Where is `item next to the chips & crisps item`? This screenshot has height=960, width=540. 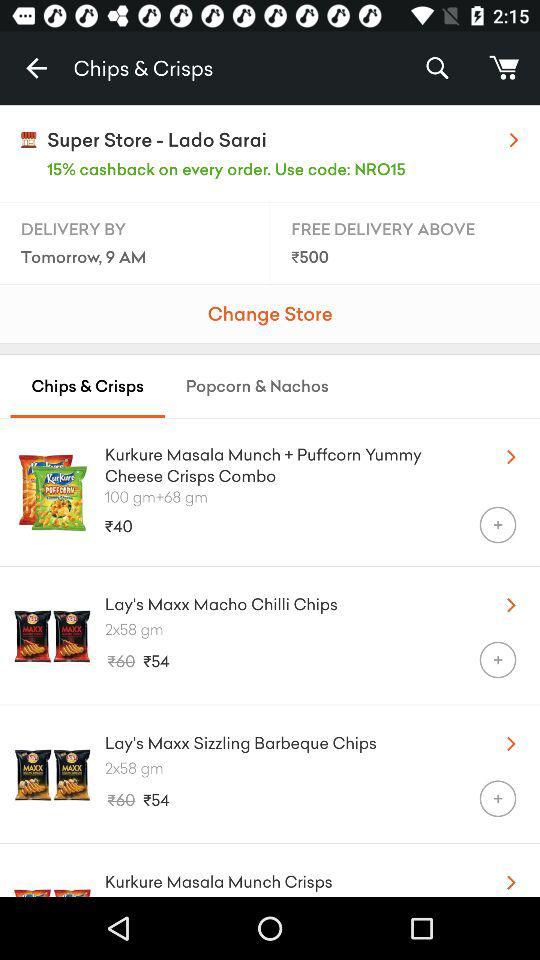 item next to the chips & crisps item is located at coordinates (36, 68).